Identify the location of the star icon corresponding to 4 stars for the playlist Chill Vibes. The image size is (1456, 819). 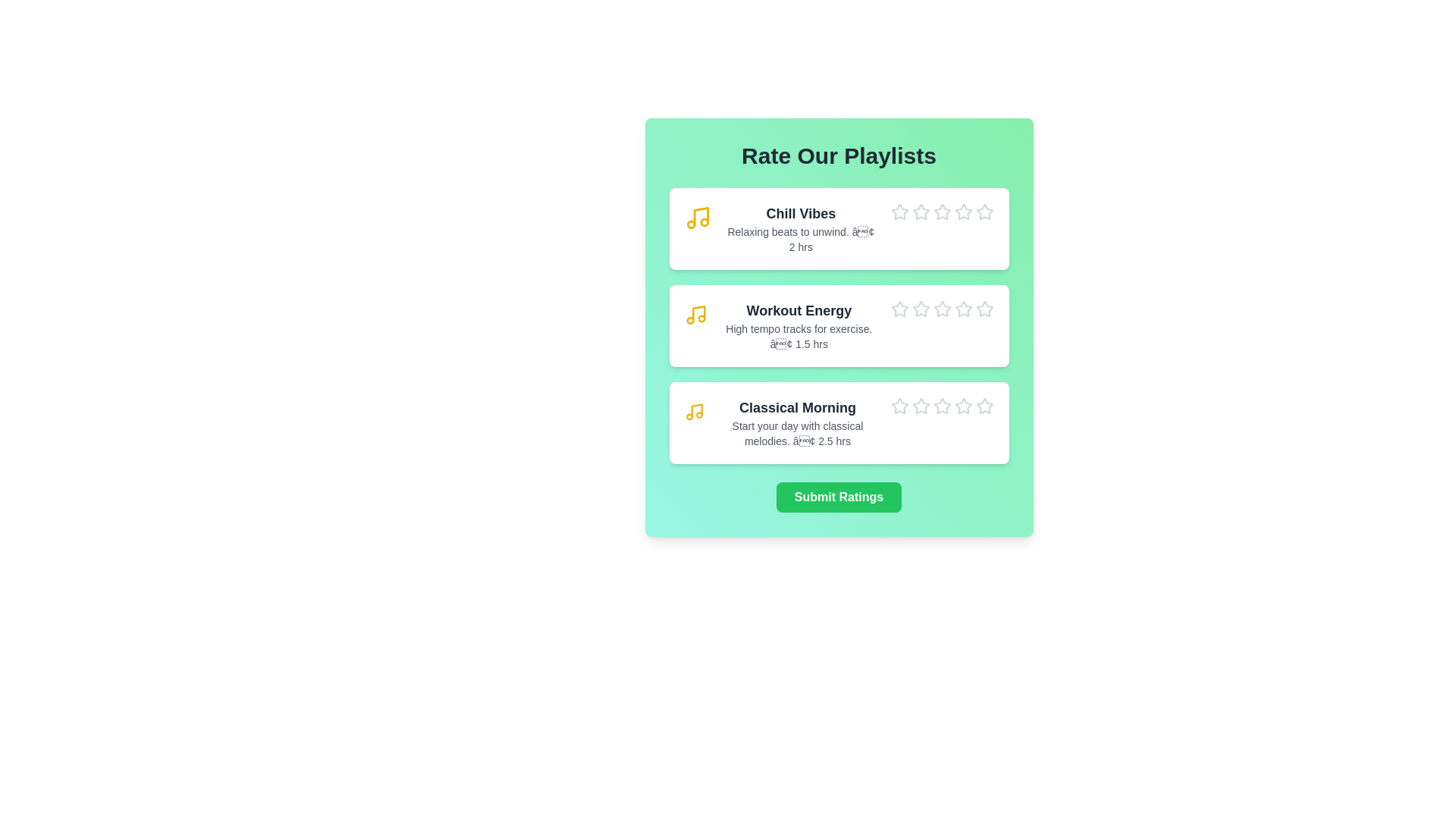
(953, 202).